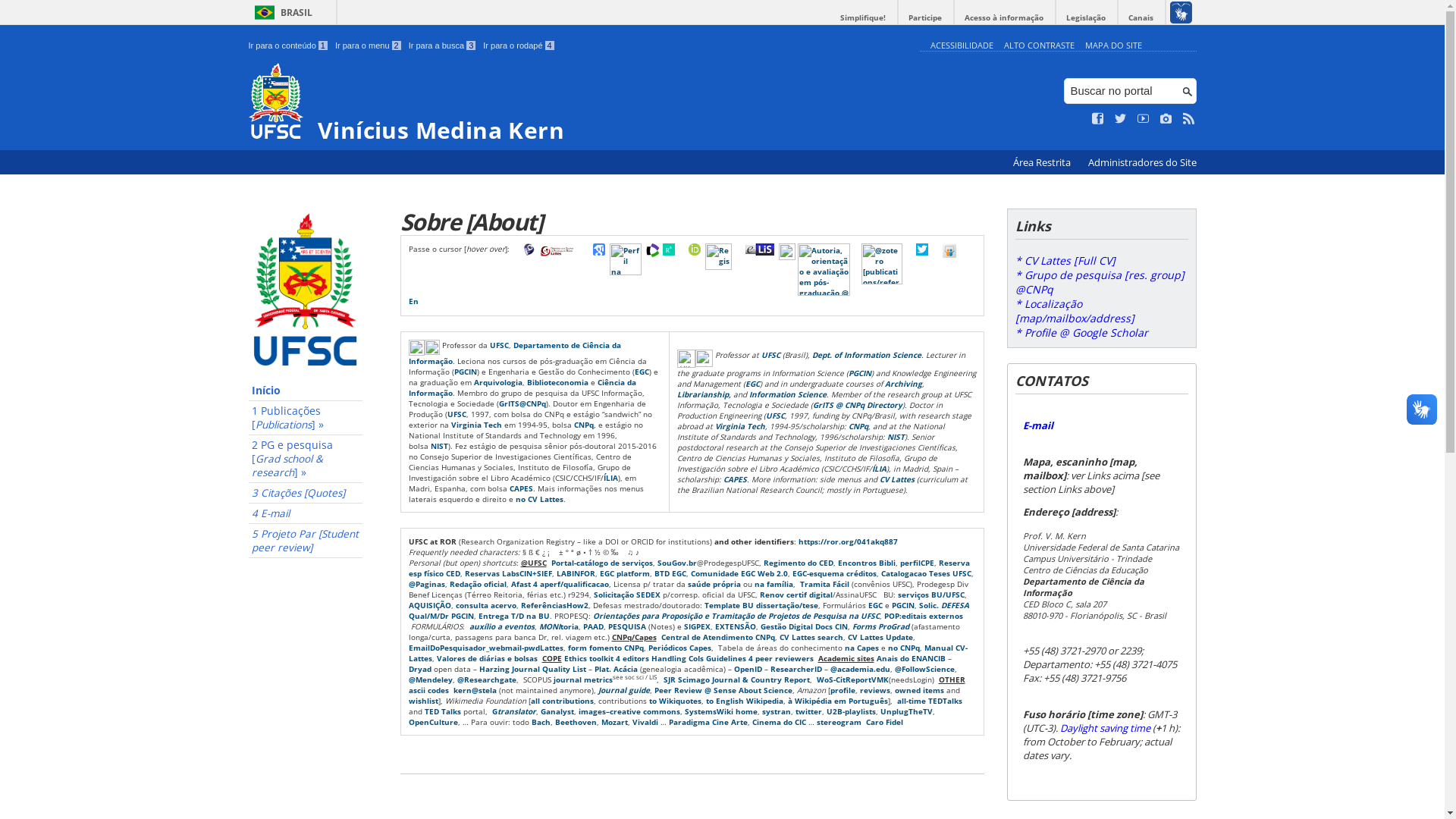 The width and height of the screenshot is (1456, 819). Describe the element at coordinates (428, 678) in the screenshot. I see `'@Mendeley'` at that location.